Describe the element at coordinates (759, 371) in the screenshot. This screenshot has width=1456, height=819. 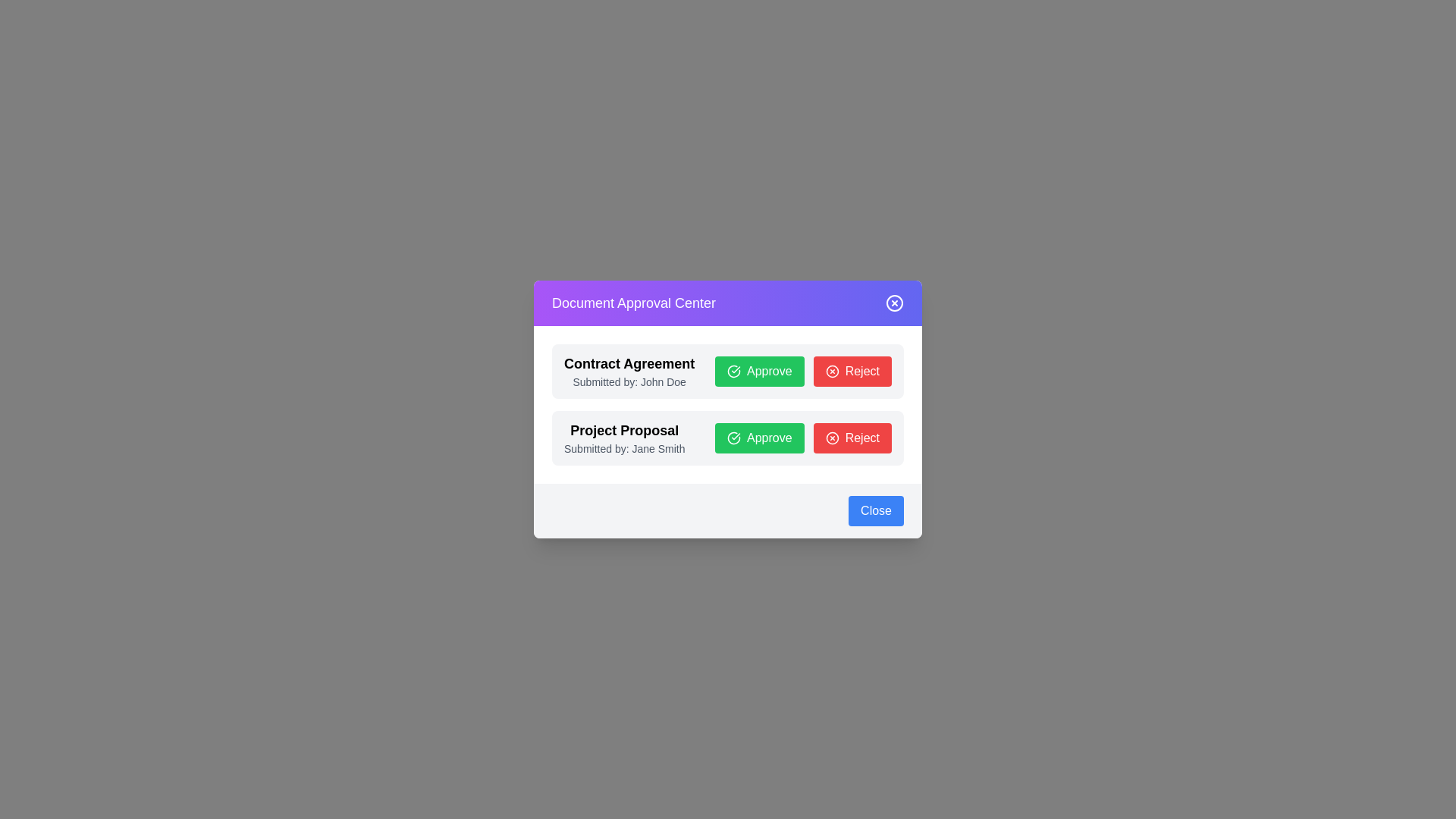
I see `the green 'Approve' button with rounded corners and a checkmark icon` at that location.